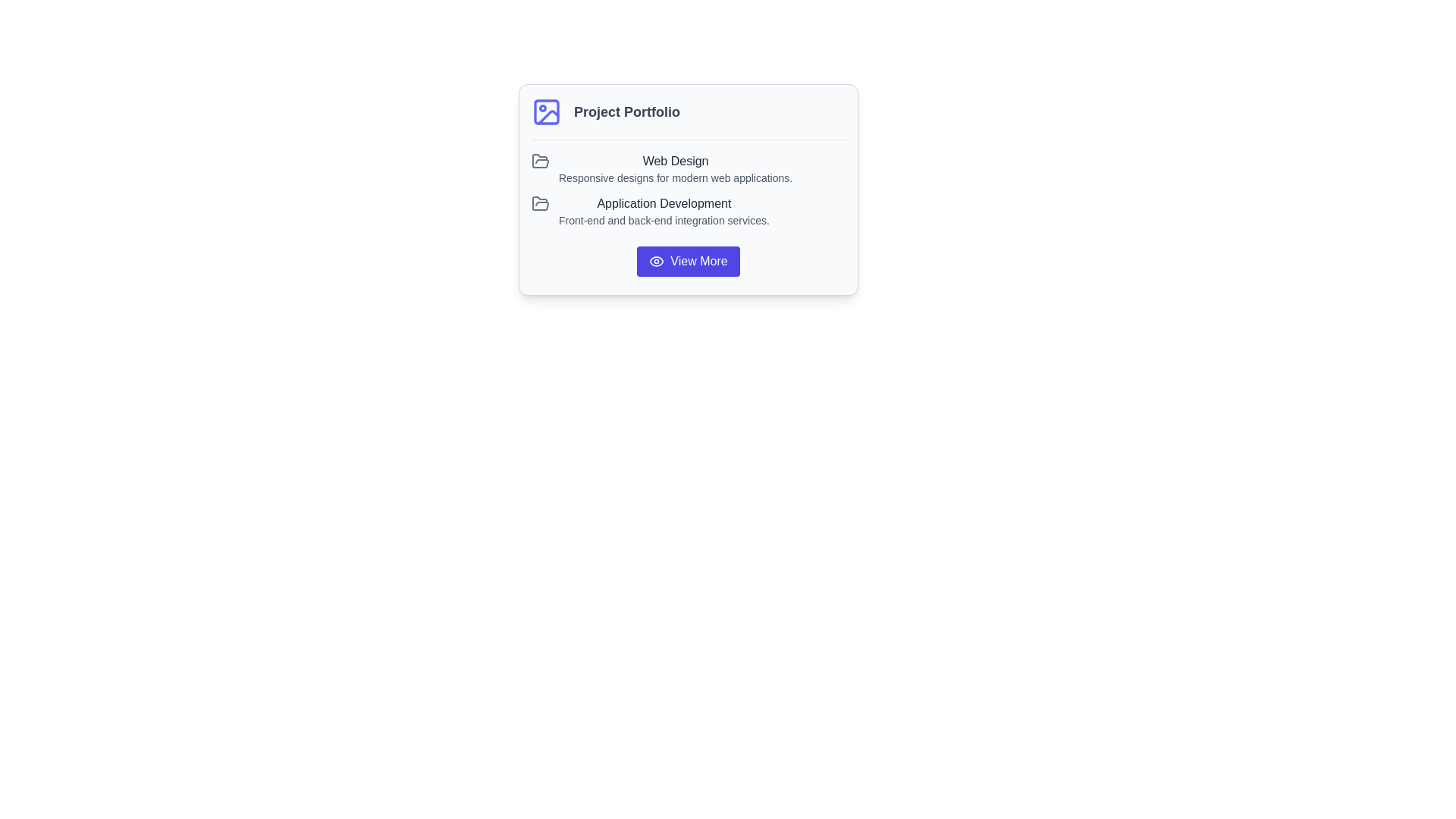  I want to click on the gray outlined folder icon that is the second icon in the list accompanying 'Application Development', so click(541, 203).